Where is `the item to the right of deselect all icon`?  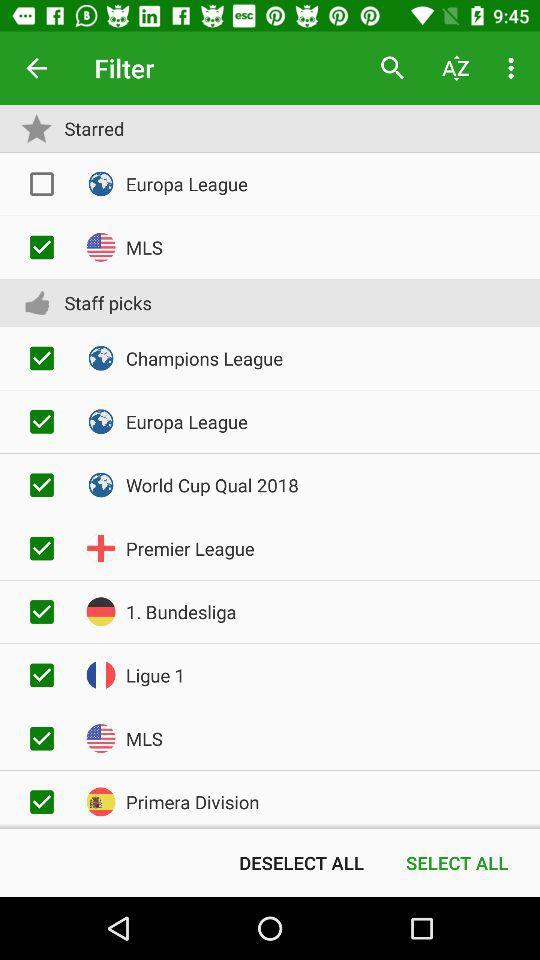
the item to the right of deselect all icon is located at coordinates (457, 861).